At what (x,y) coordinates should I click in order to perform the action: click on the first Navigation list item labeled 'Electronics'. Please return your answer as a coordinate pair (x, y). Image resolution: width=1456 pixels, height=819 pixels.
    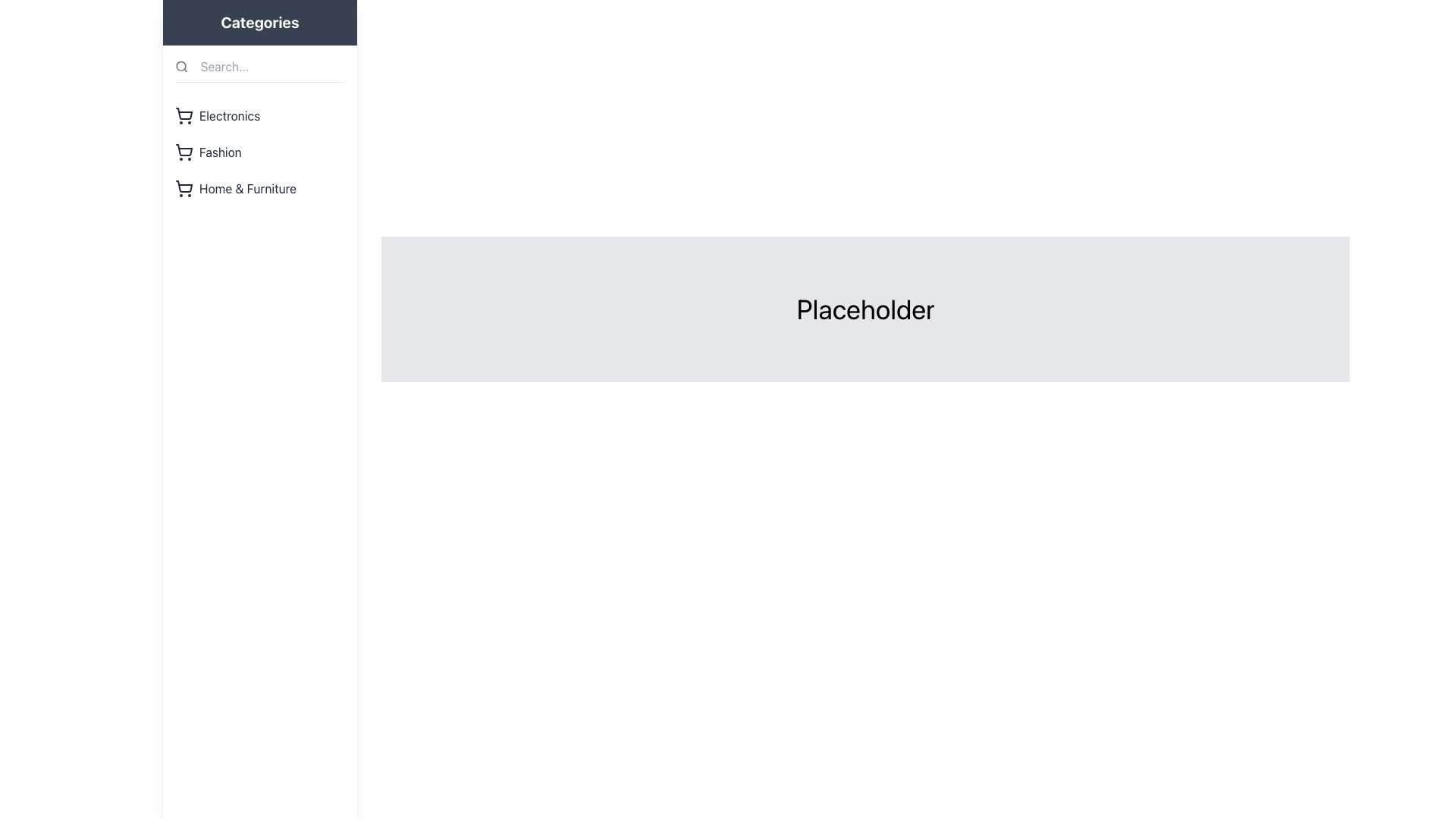
    Looking at the image, I should click on (259, 115).